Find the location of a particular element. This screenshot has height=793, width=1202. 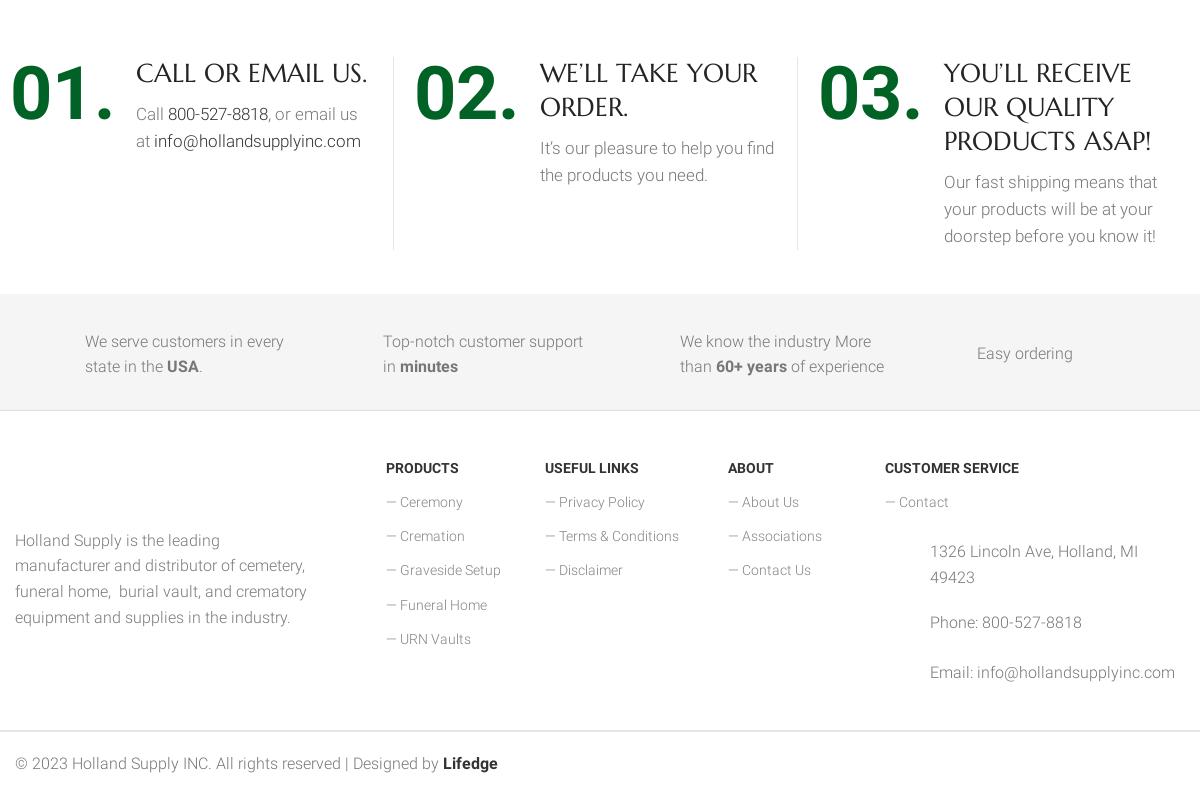

'You’ll receive our quality products ASAP!' is located at coordinates (943, 105).